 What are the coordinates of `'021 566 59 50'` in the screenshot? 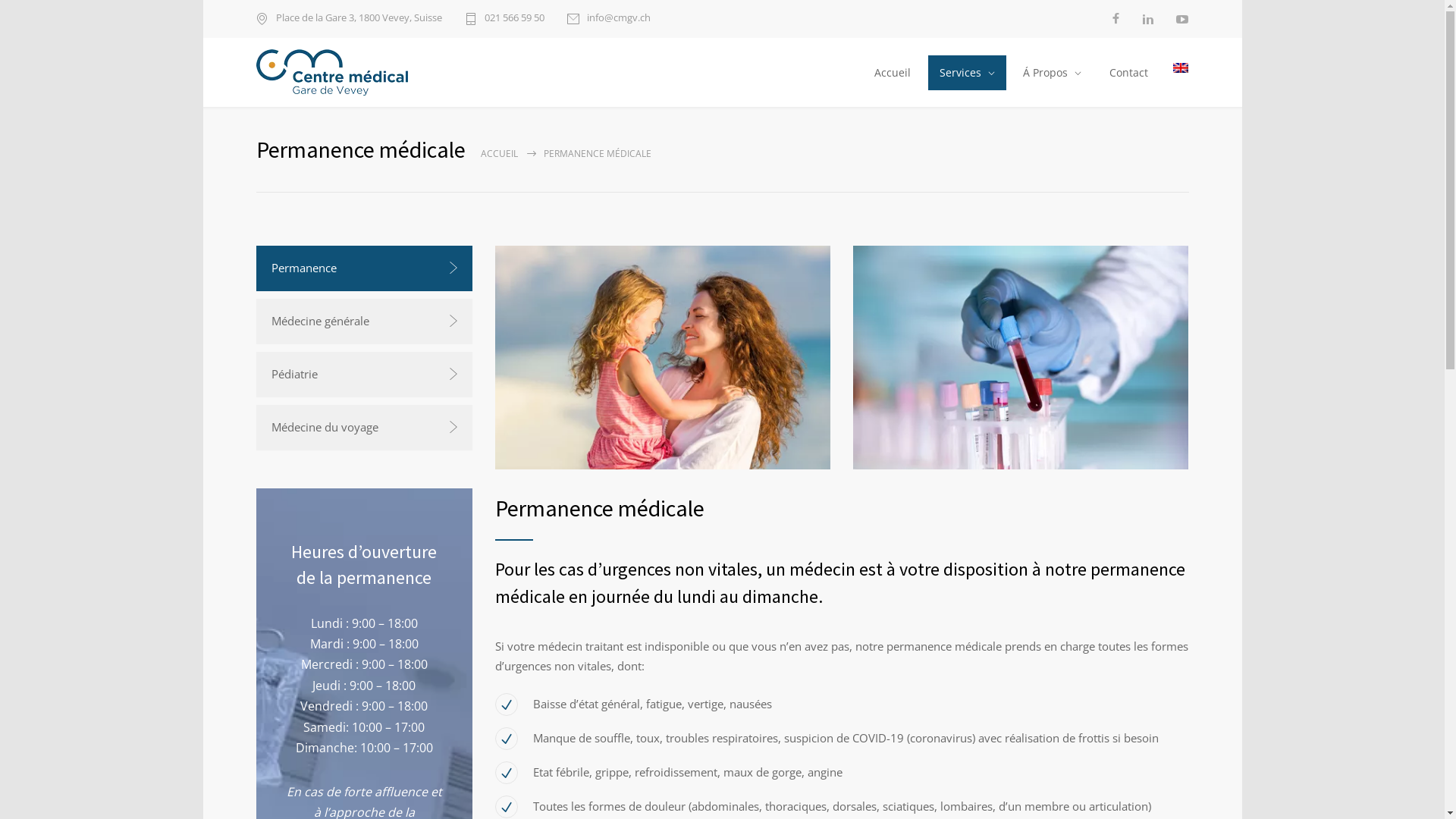 It's located at (504, 18).